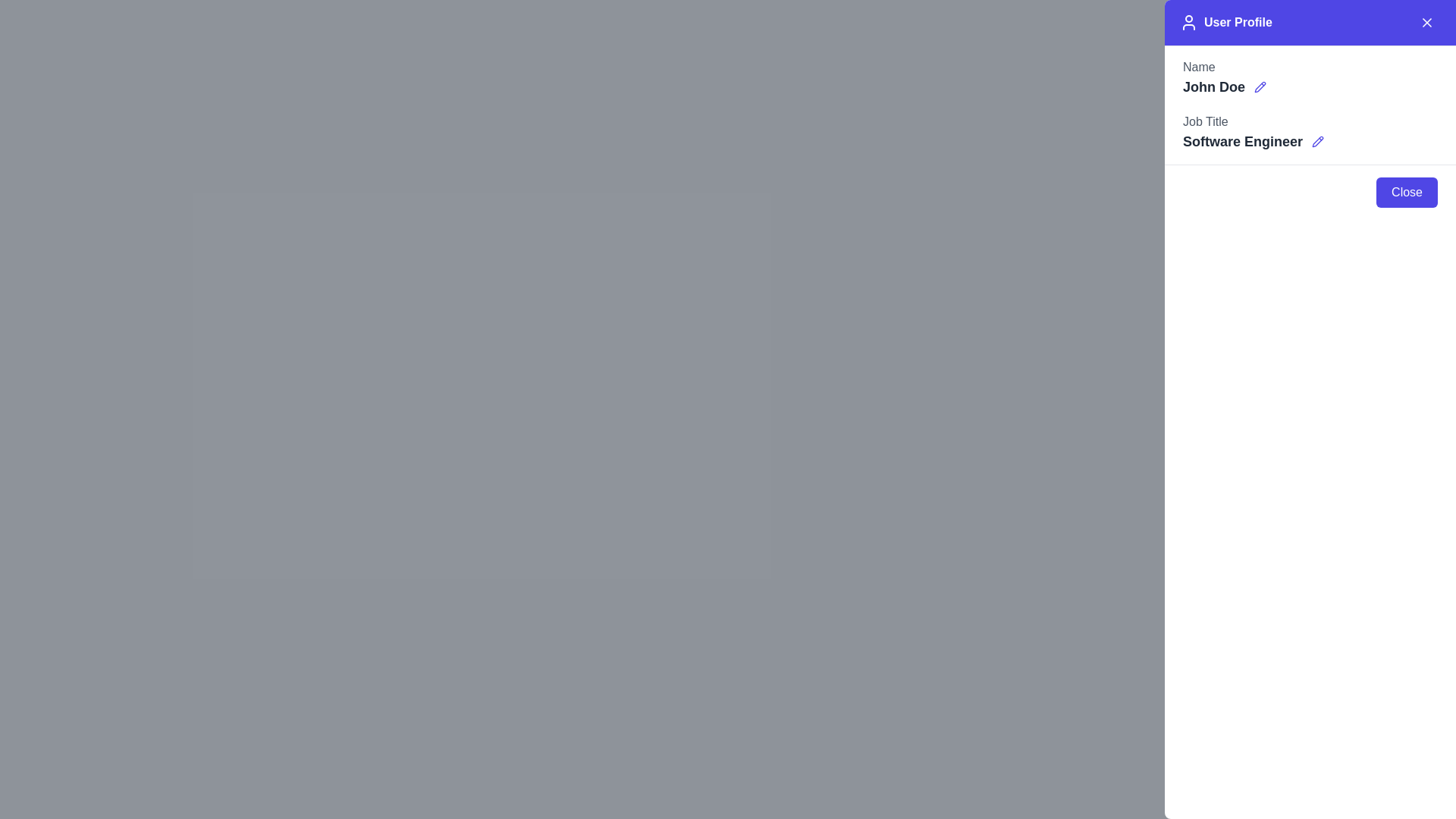 The image size is (1456, 819). What do you see at coordinates (1406, 192) in the screenshot?
I see `the close button located at the bottom-right edge of the modal` at bounding box center [1406, 192].